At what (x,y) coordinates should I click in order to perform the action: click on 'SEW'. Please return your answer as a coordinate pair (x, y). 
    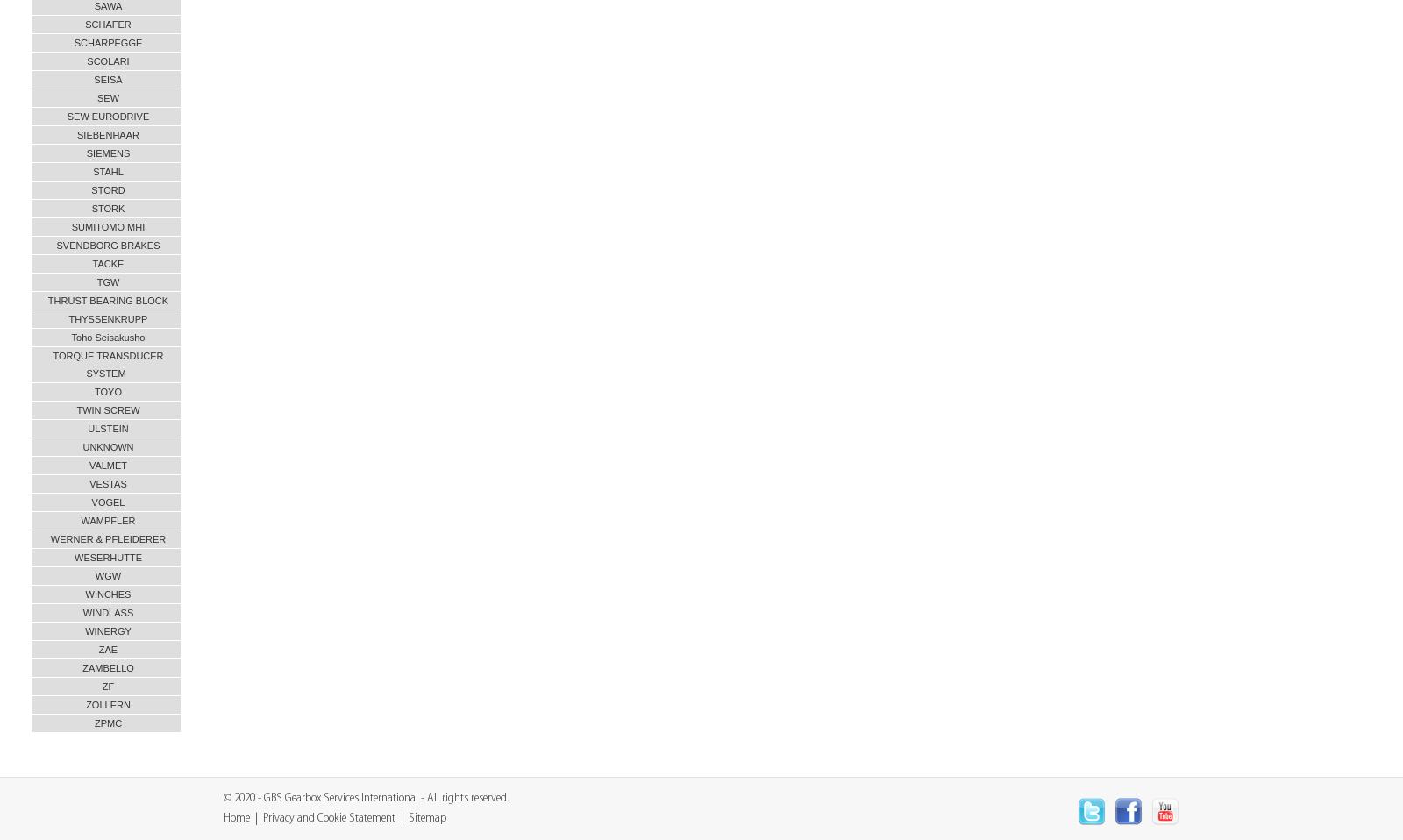
    Looking at the image, I should click on (107, 97).